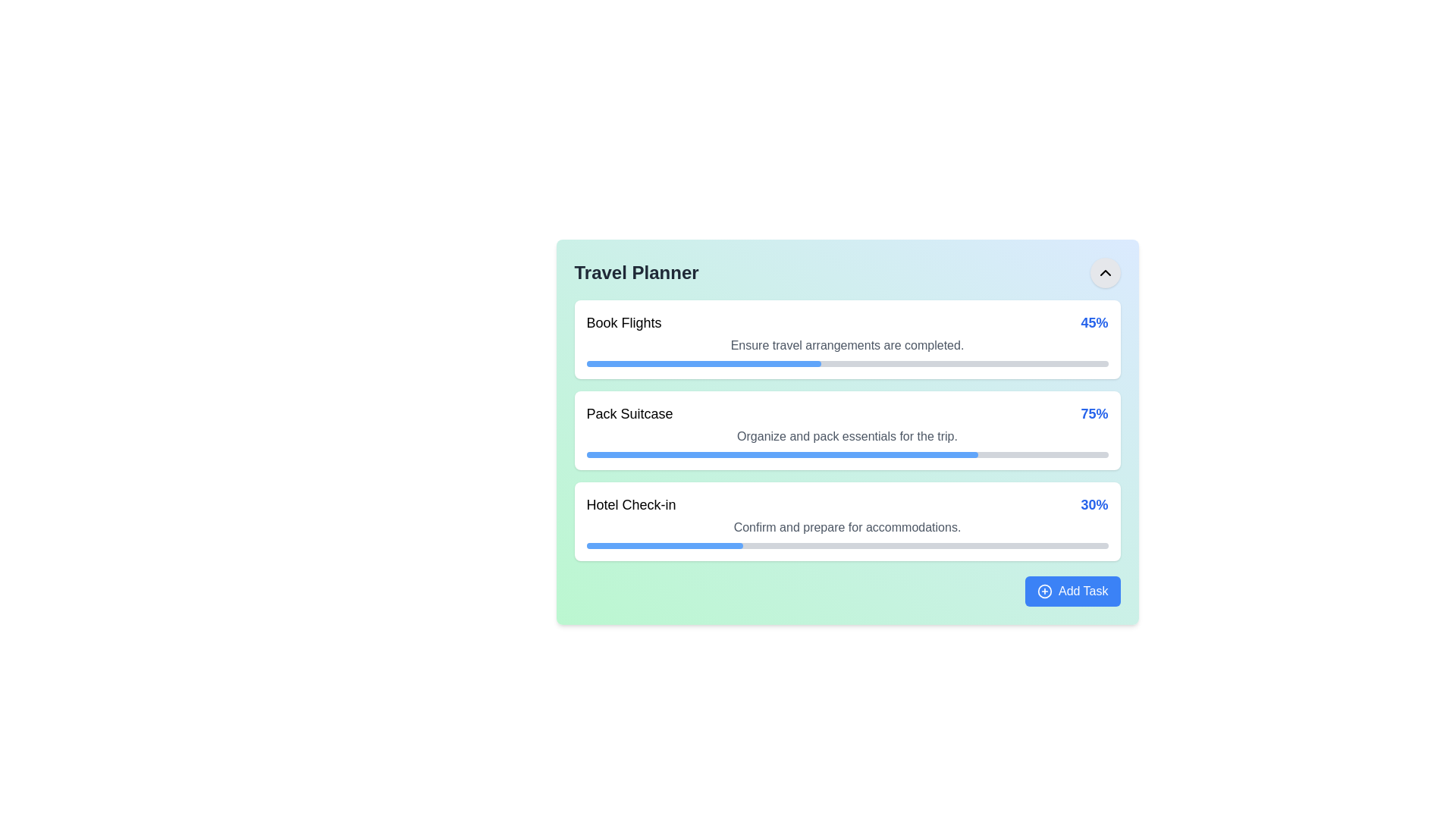  What do you see at coordinates (846, 430) in the screenshot?
I see `the second task block of the Task progress card in the 'Travel Planner'` at bounding box center [846, 430].